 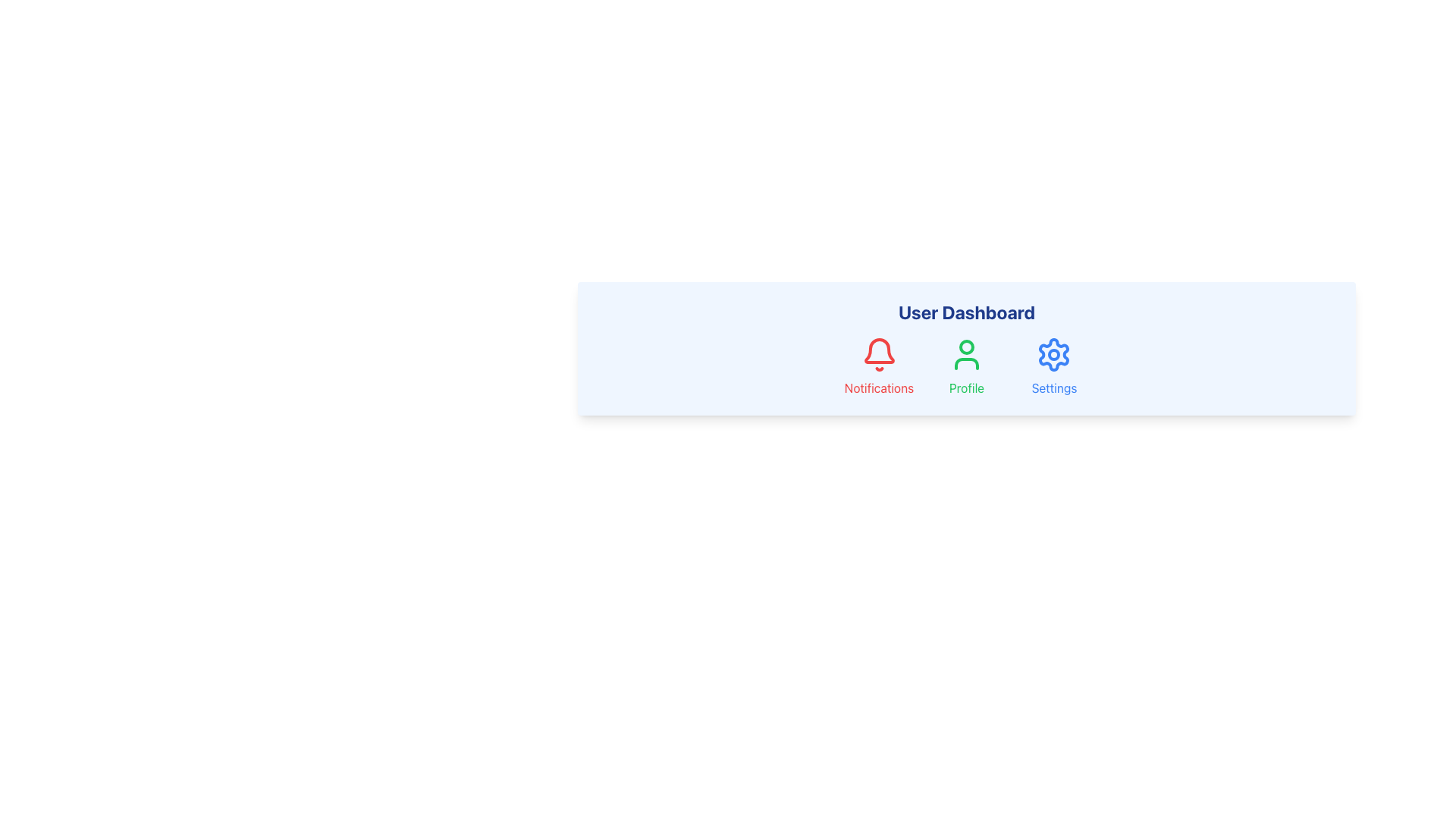 What do you see at coordinates (966, 366) in the screenshot?
I see `the 'Profile' interactive button in the 'User Dashboard' section` at bounding box center [966, 366].